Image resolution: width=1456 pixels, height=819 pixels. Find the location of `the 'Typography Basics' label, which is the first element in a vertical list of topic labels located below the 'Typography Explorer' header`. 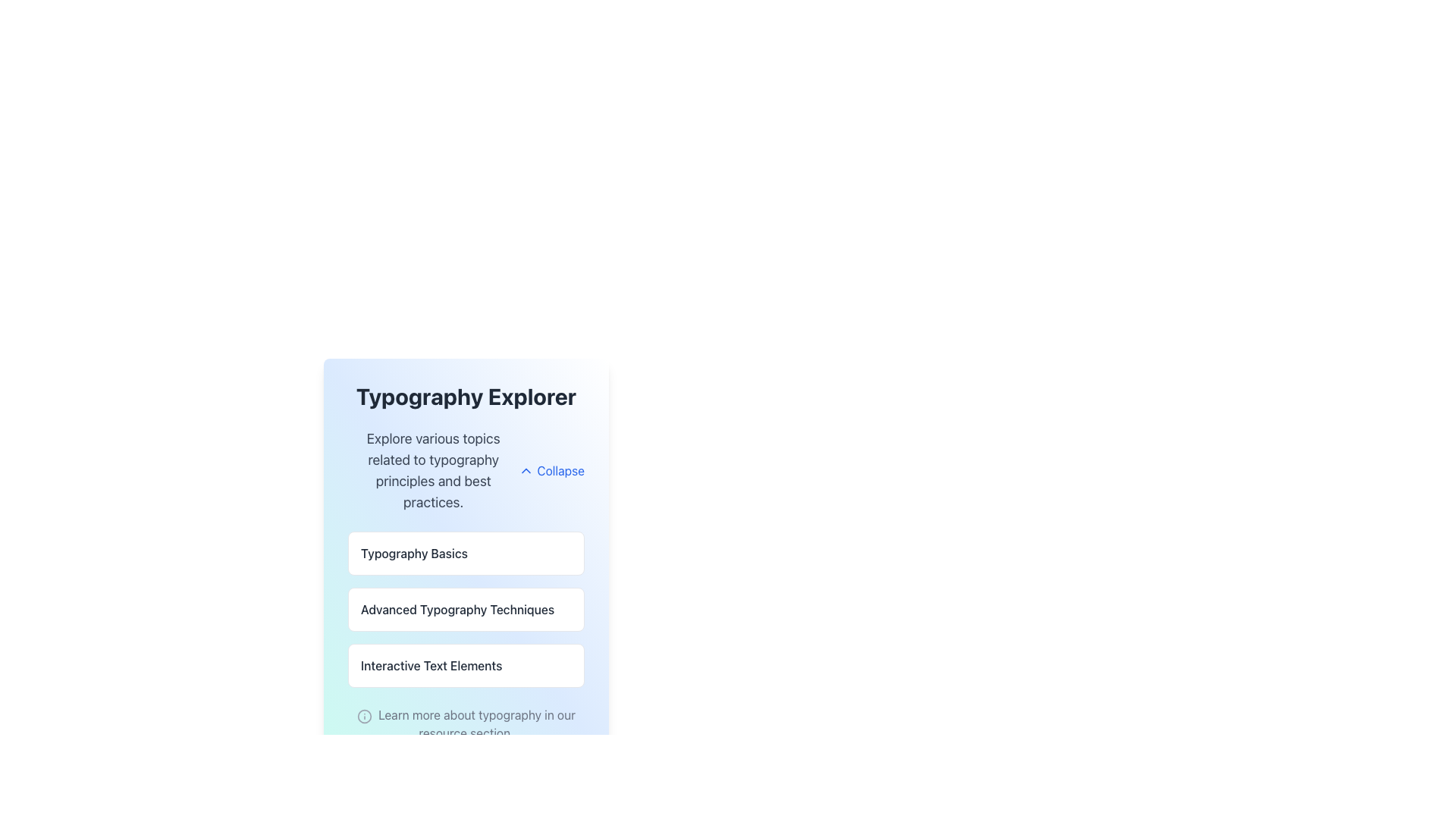

the 'Typography Basics' label, which is the first element in a vertical list of topic labels located below the 'Typography Explorer' header is located at coordinates (414, 553).